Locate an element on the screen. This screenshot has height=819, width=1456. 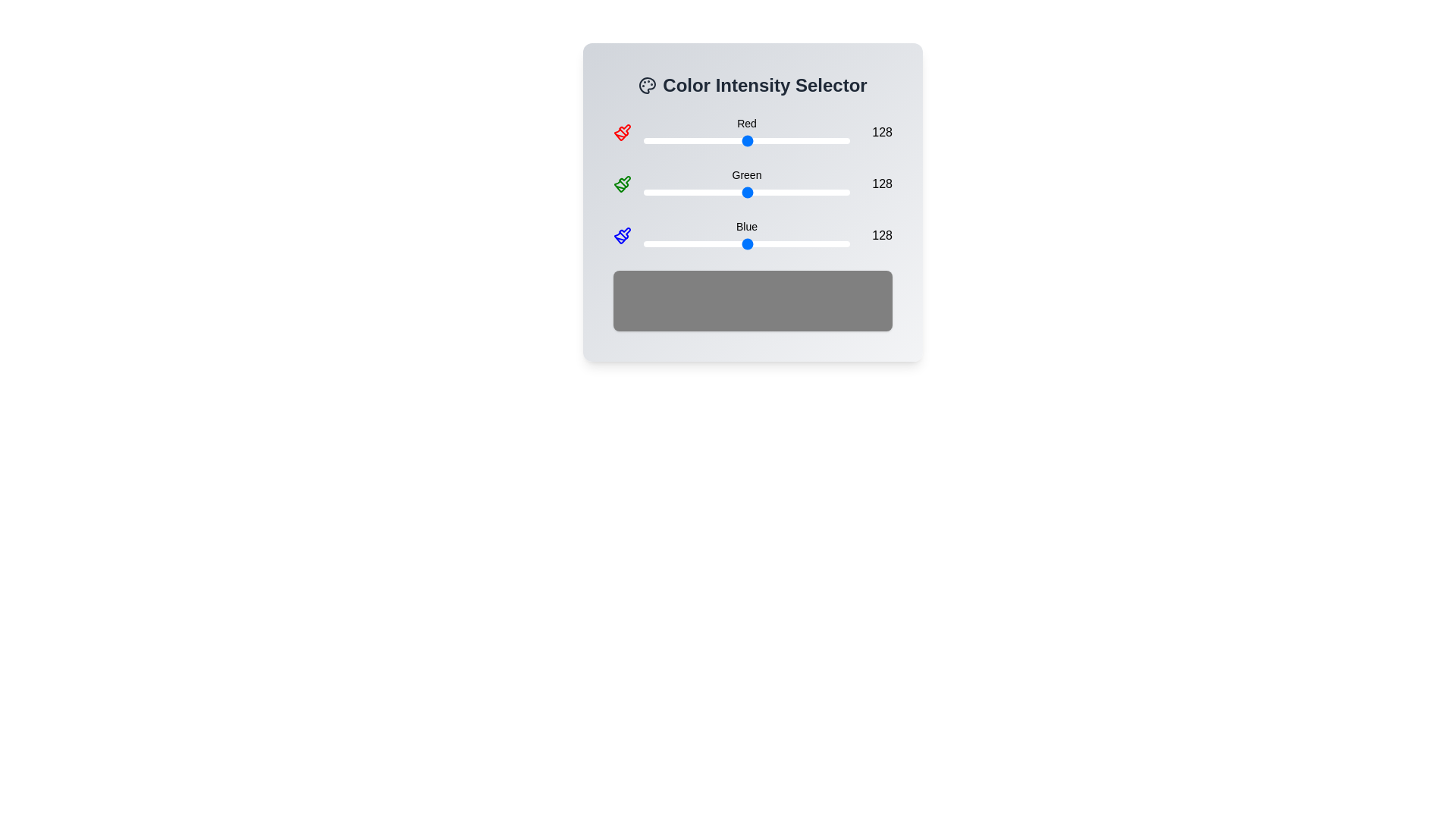
the green intensity is located at coordinates (794, 192).